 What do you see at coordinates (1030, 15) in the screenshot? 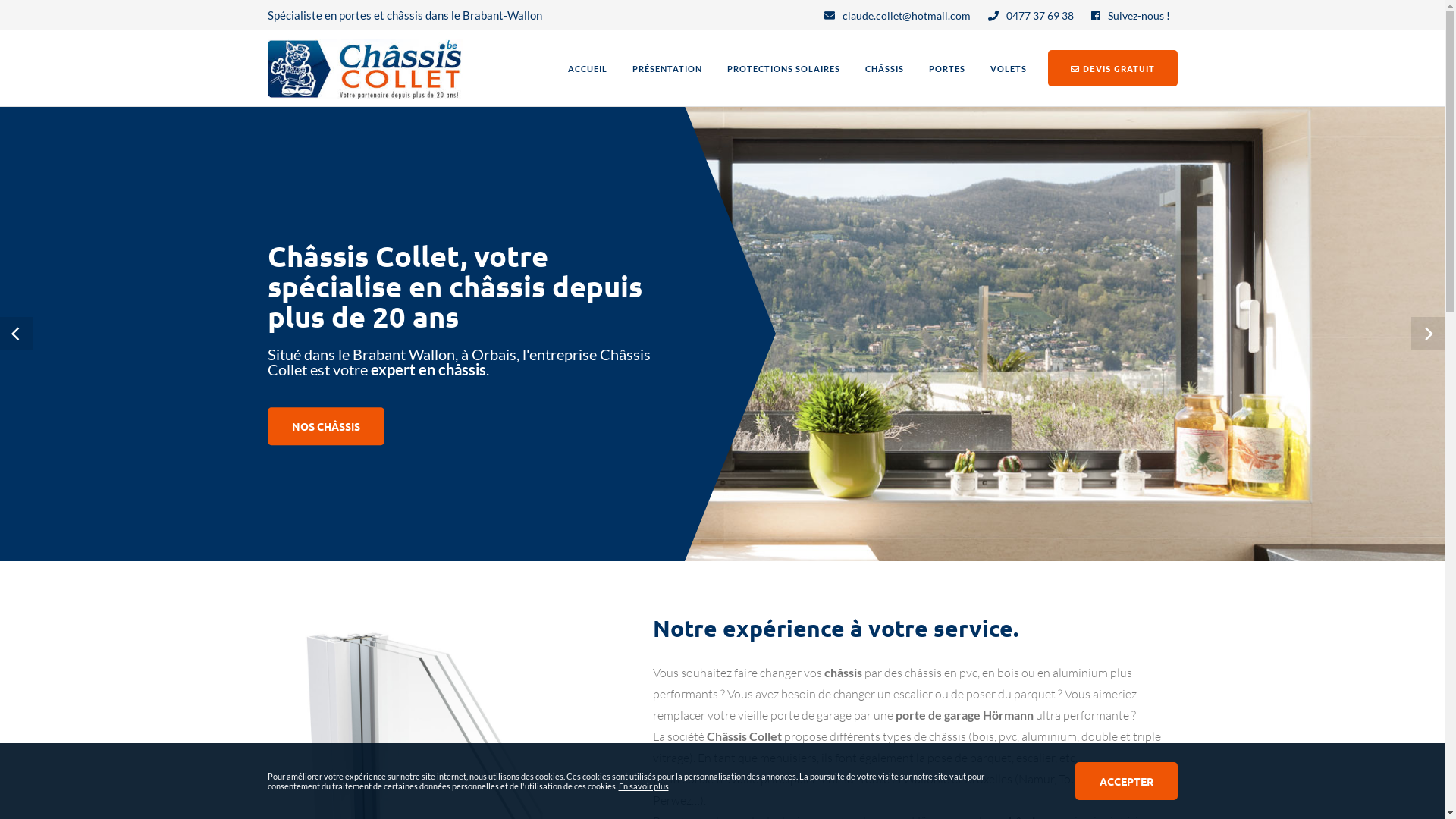
I see `'0477 37 69 38'` at bounding box center [1030, 15].